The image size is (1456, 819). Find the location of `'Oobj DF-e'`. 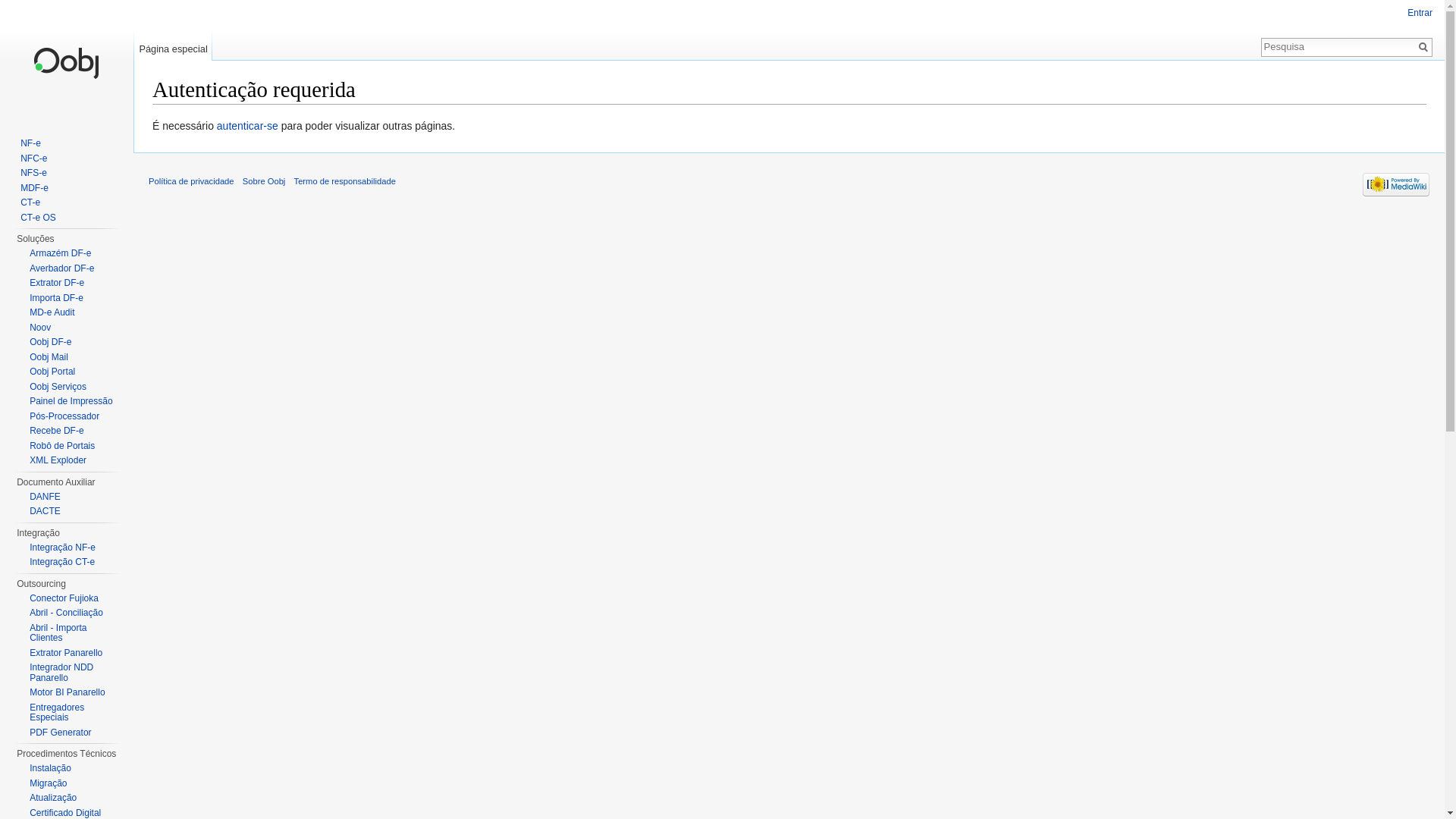

'Oobj DF-e' is located at coordinates (50, 342).